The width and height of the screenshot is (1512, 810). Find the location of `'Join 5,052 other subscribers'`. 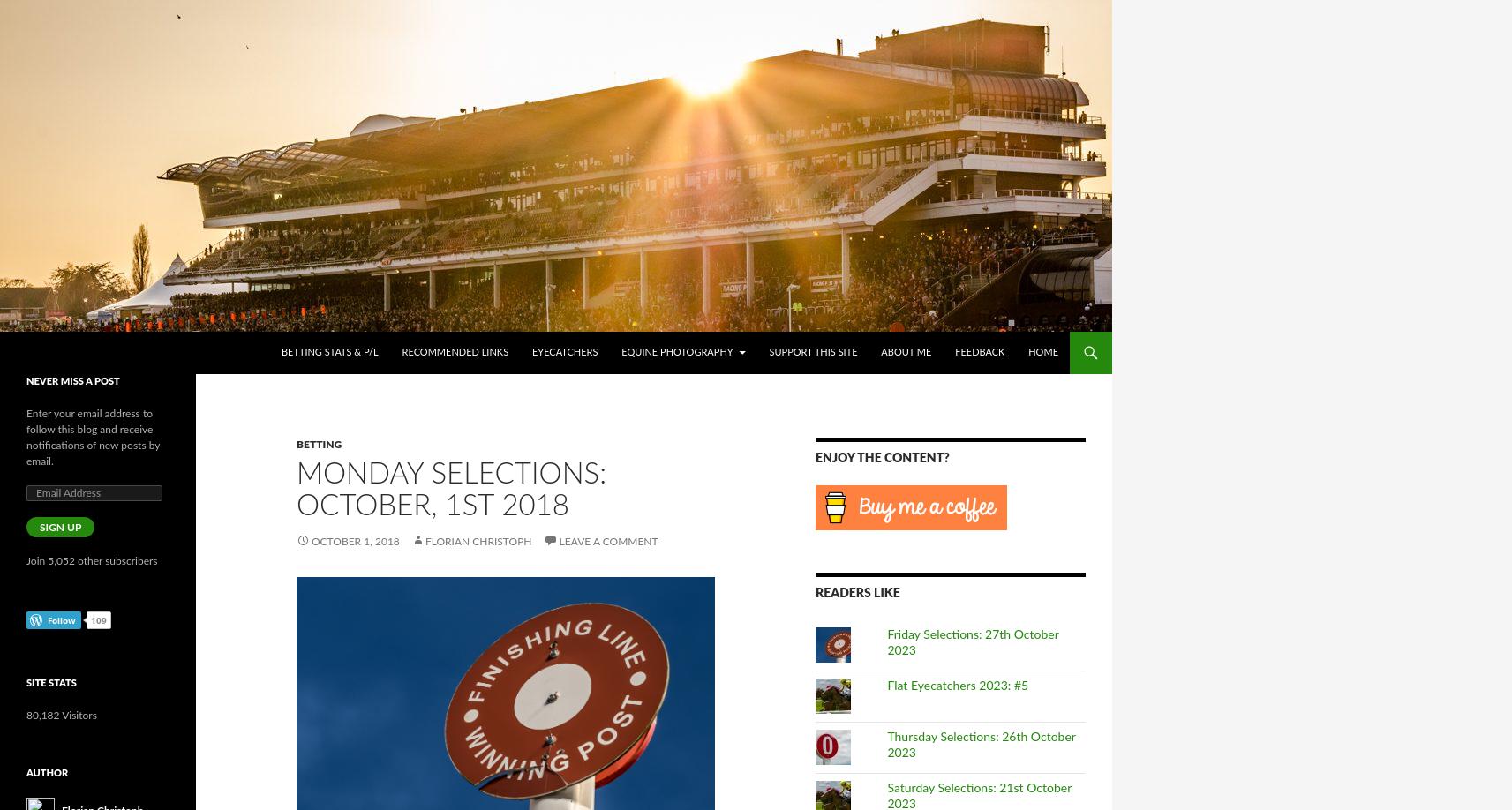

'Join 5,052 other subscribers' is located at coordinates (90, 560).